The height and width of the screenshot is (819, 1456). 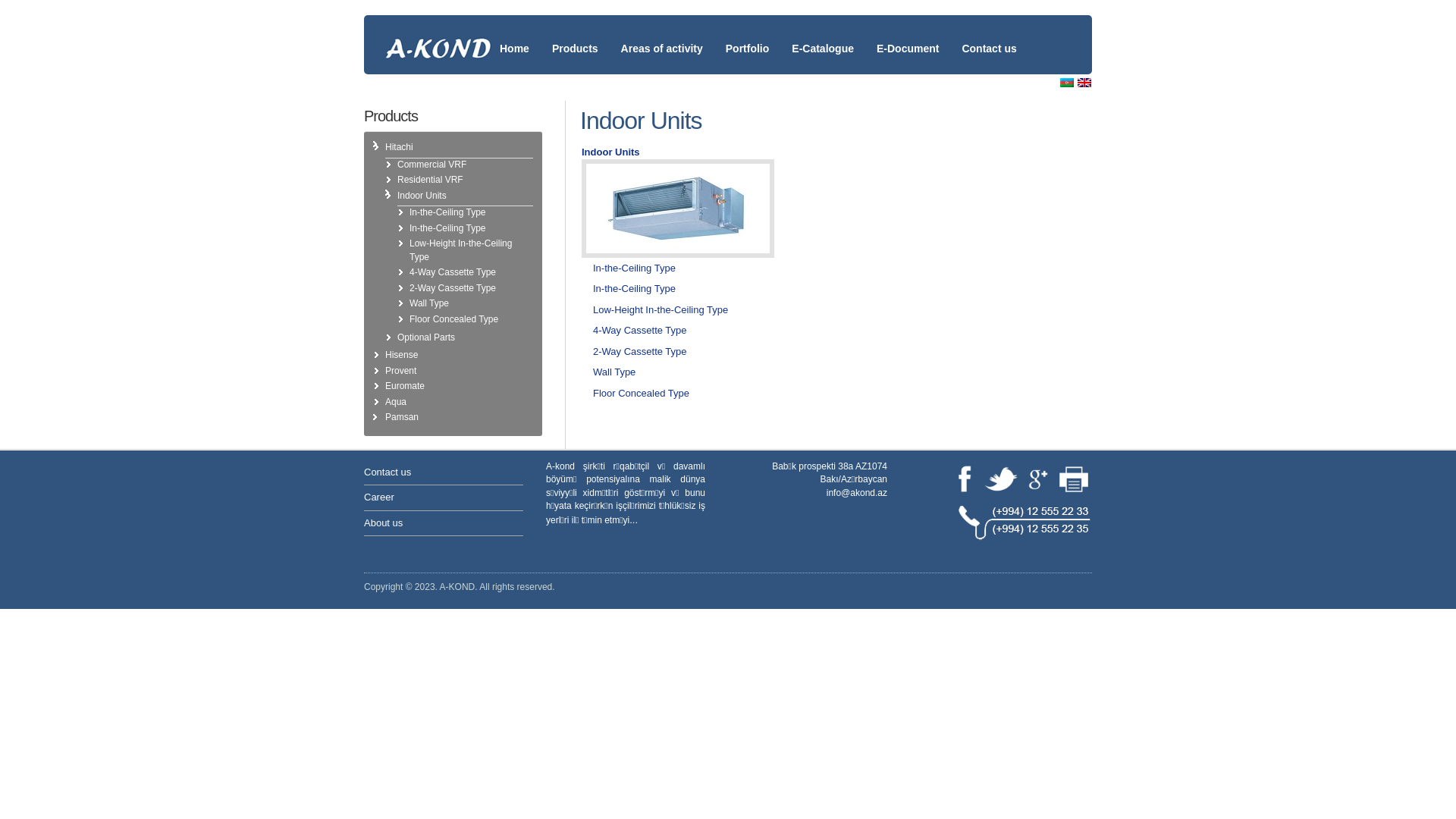 I want to click on 'Aqua', so click(x=385, y=400).